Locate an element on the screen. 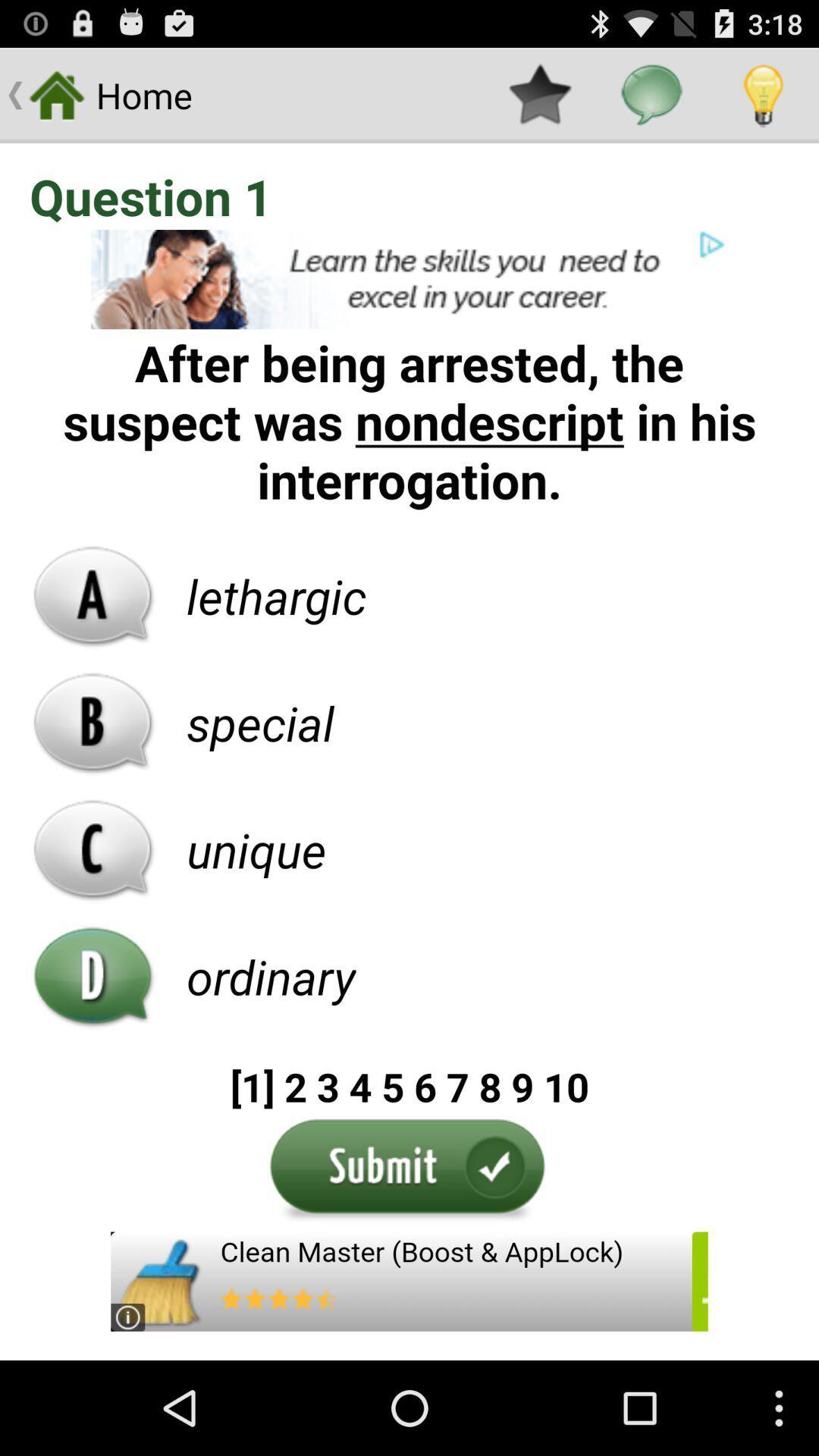 Image resolution: width=819 pixels, height=1456 pixels. advertisement for career skills is located at coordinates (409, 279).